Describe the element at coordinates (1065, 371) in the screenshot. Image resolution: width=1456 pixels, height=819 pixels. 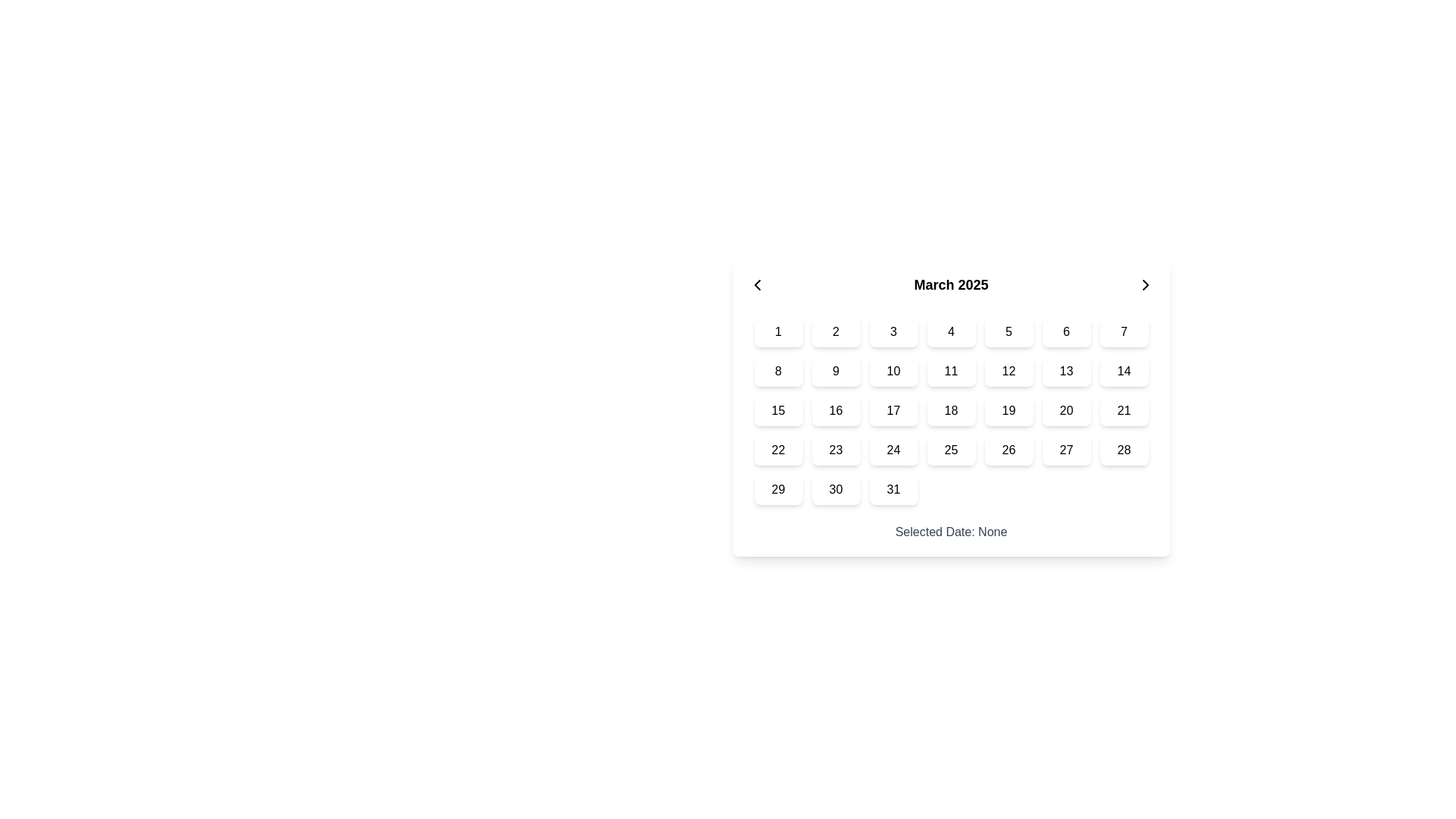
I see `the calendar date button displaying the bold number '13'` at that location.